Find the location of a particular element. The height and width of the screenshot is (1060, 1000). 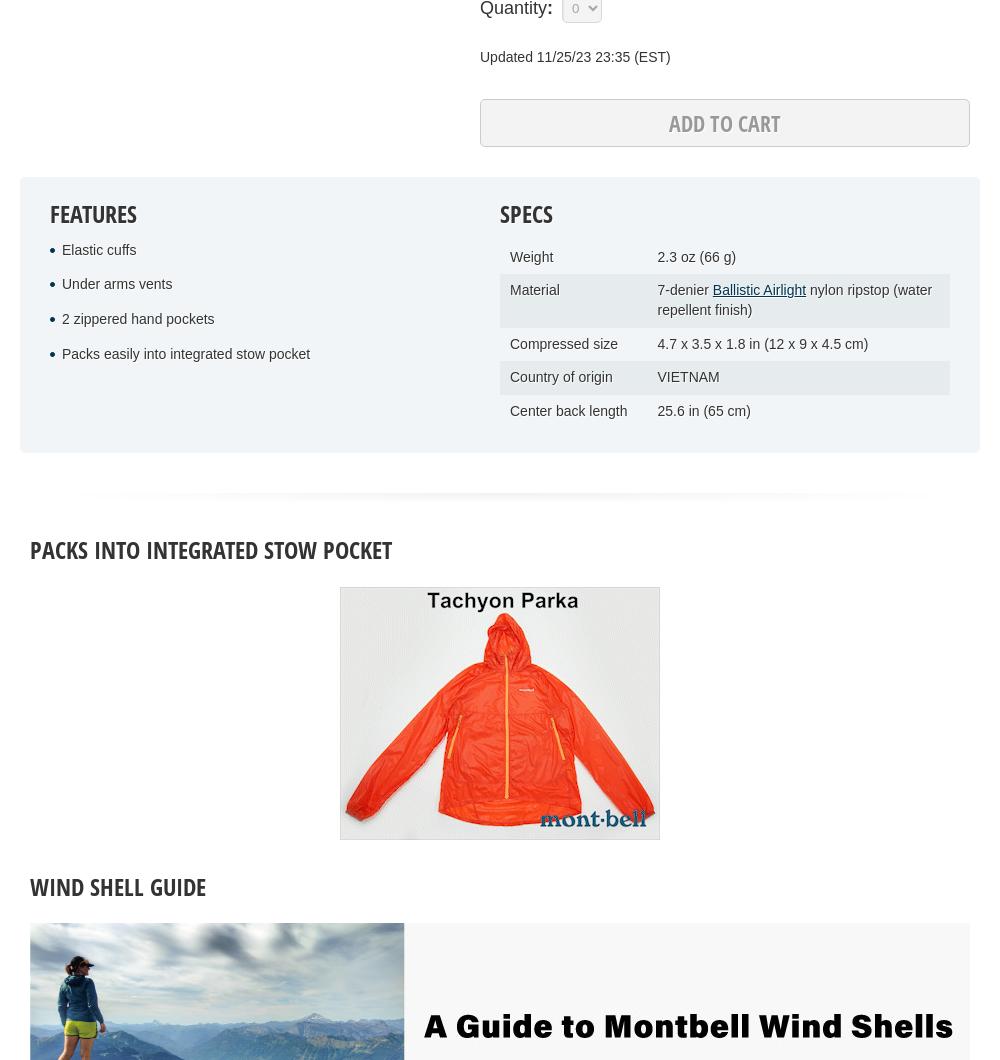

'7-denier' is located at coordinates (684, 290).